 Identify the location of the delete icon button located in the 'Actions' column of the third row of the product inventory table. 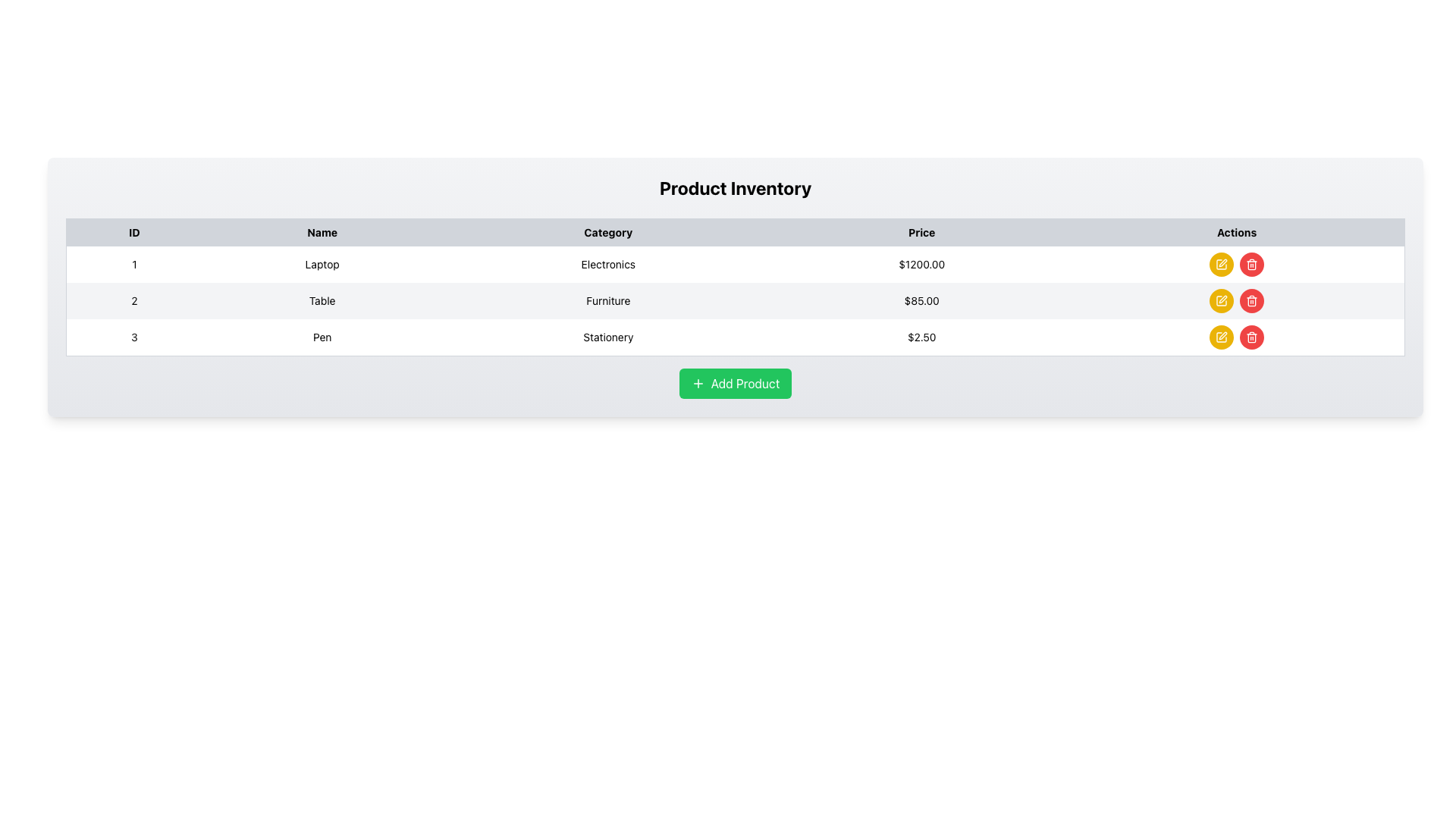
(1252, 336).